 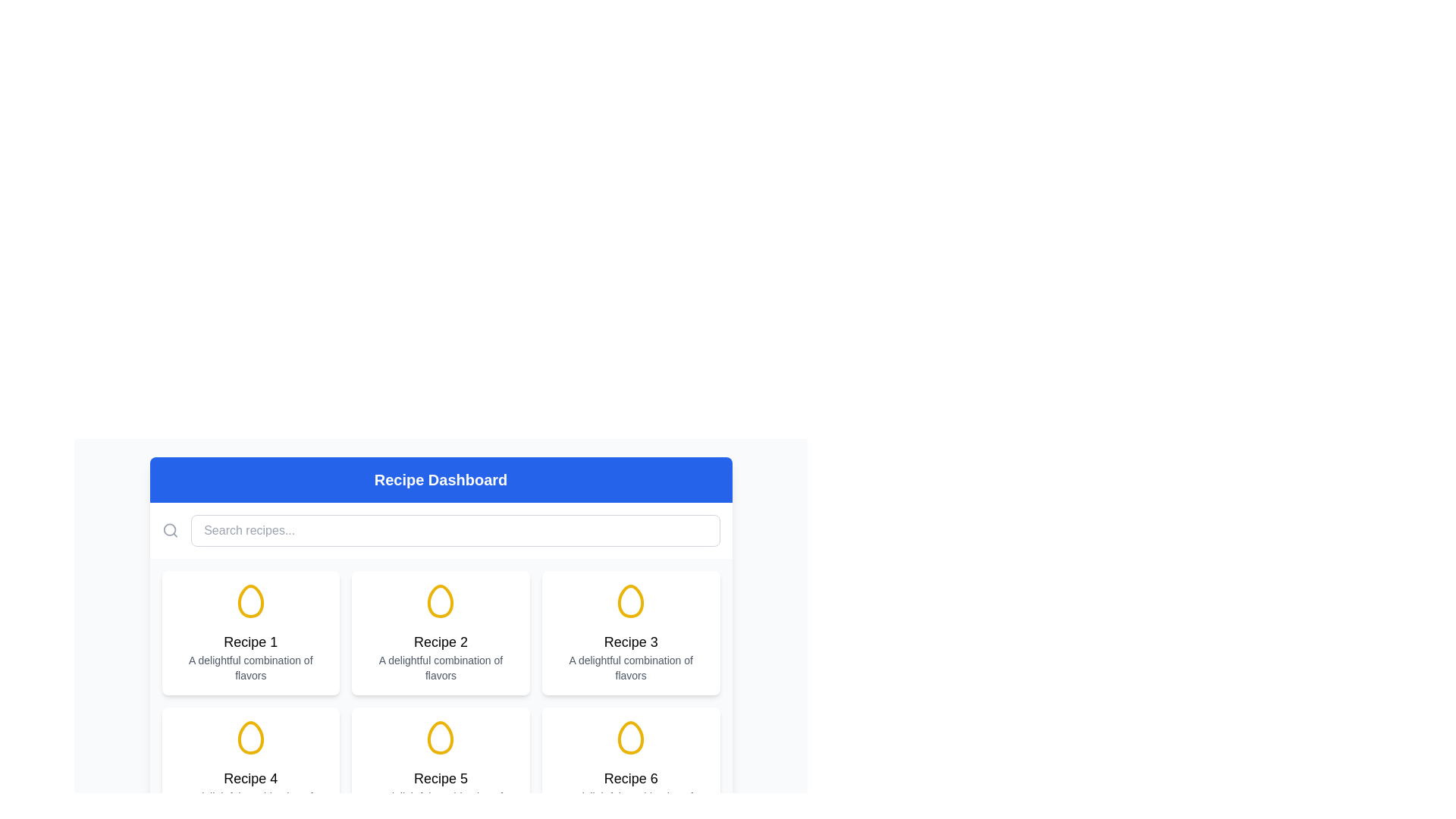 What do you see at coordinates (631, 601) in the screenshot?
I see `the stylized egg-shaped icon with a slight yellow tint located within the 'Recipe 3' card, which is the middle card in the top row of the grid layout` at bounding box center [631, 601].